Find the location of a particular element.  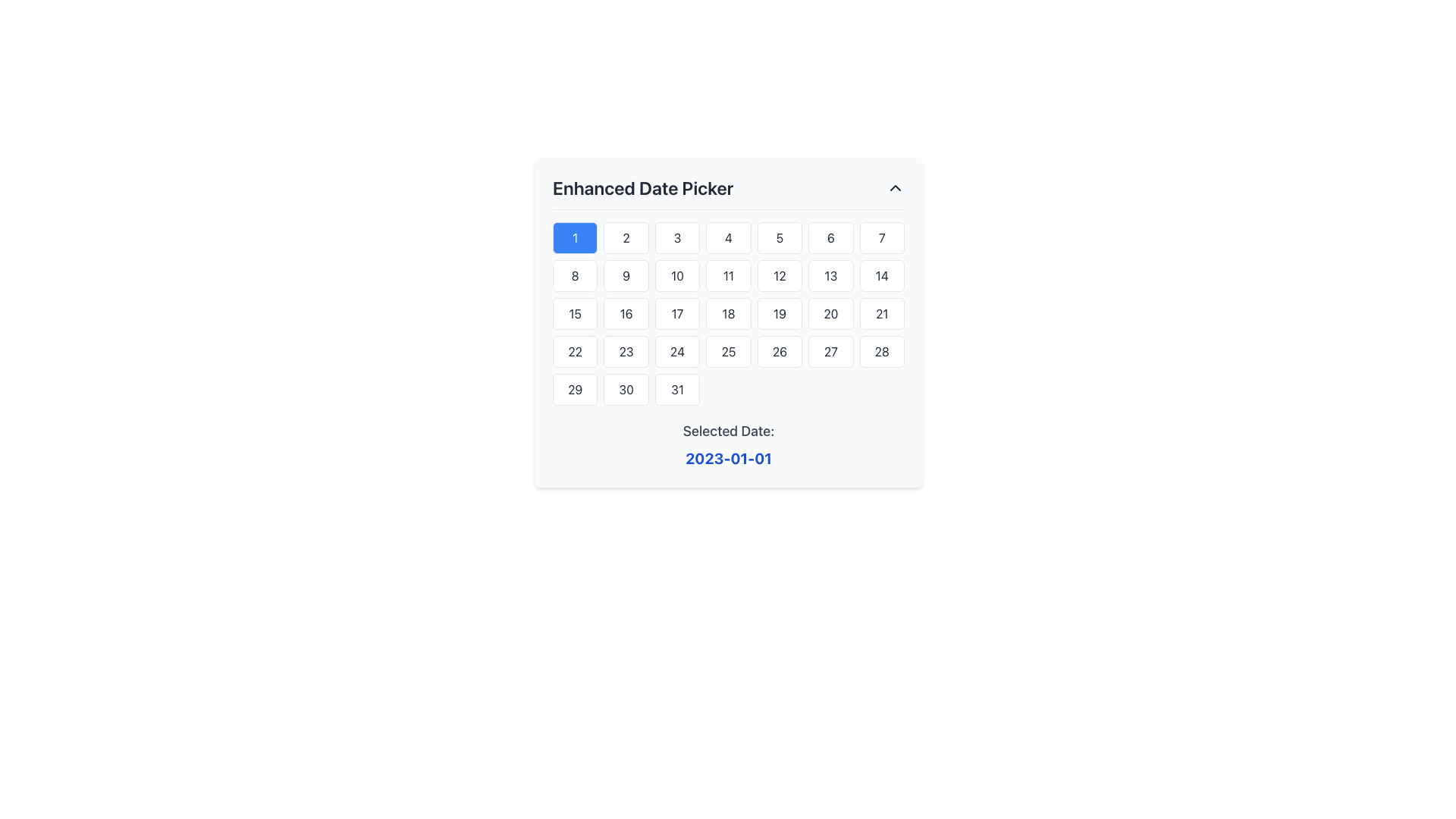

the selectable day button representing the 30th day of the current month in the Enhanced Date Picker interface is located at coordinates (626, 388).